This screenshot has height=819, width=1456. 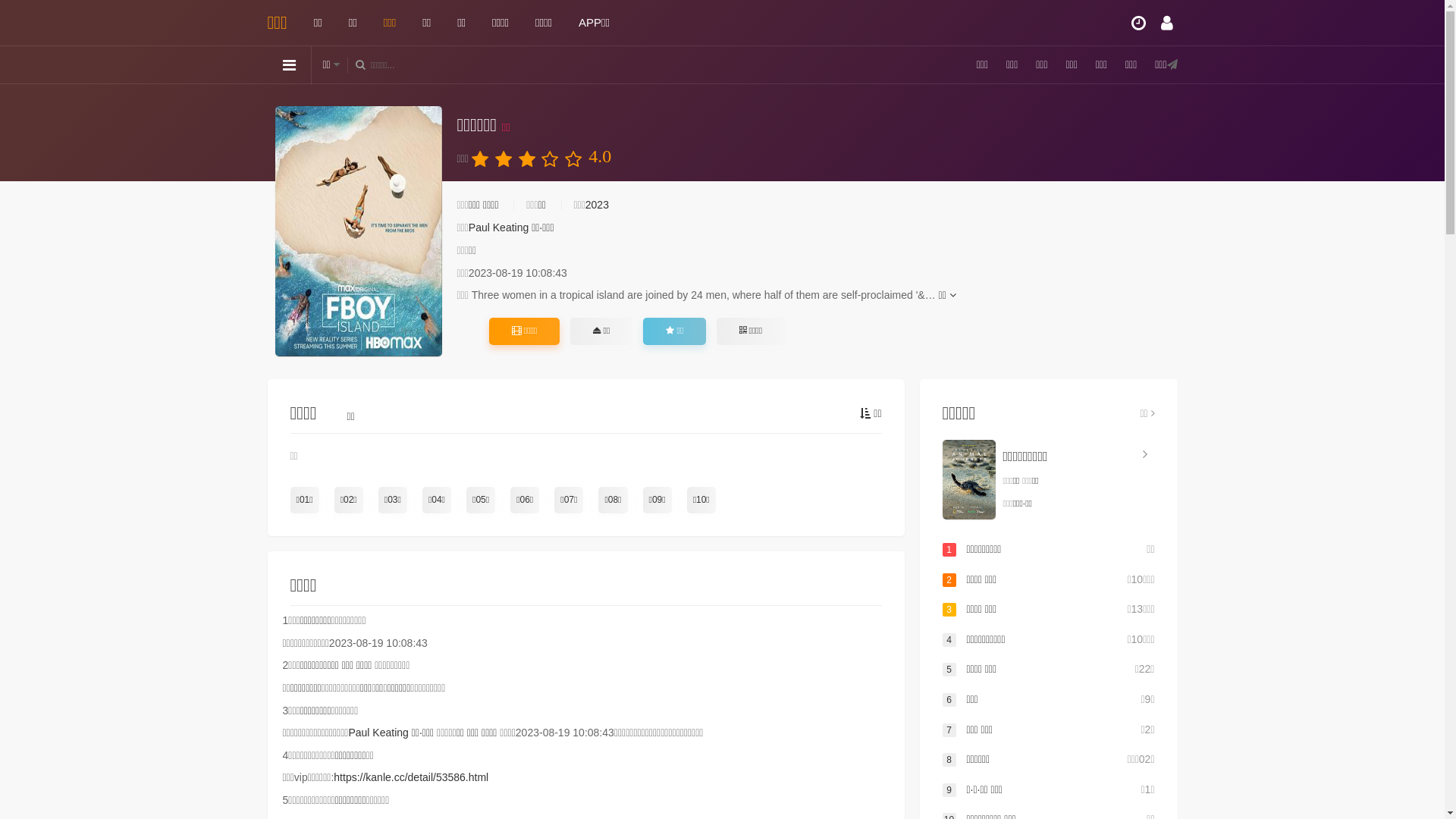 What do you see at coordinates (479, 227) in the screenshot?
I see `'Paul'` at bounding box center [479, 227].